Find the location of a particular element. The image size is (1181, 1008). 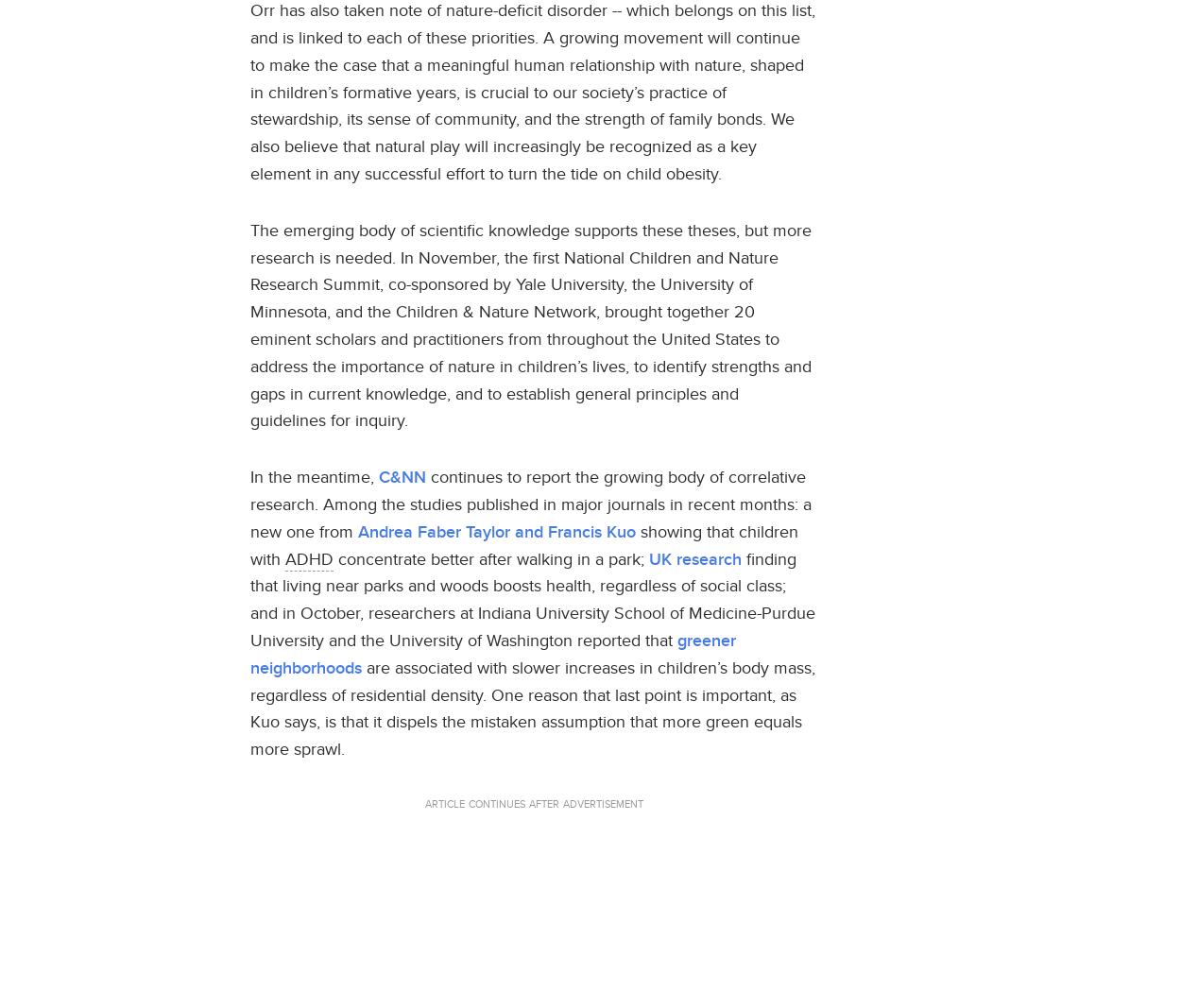

'continues to report the growing body of correlative research. Among the studies published in major journals in recent months: a new one from' is located at coordinates (531, 502).